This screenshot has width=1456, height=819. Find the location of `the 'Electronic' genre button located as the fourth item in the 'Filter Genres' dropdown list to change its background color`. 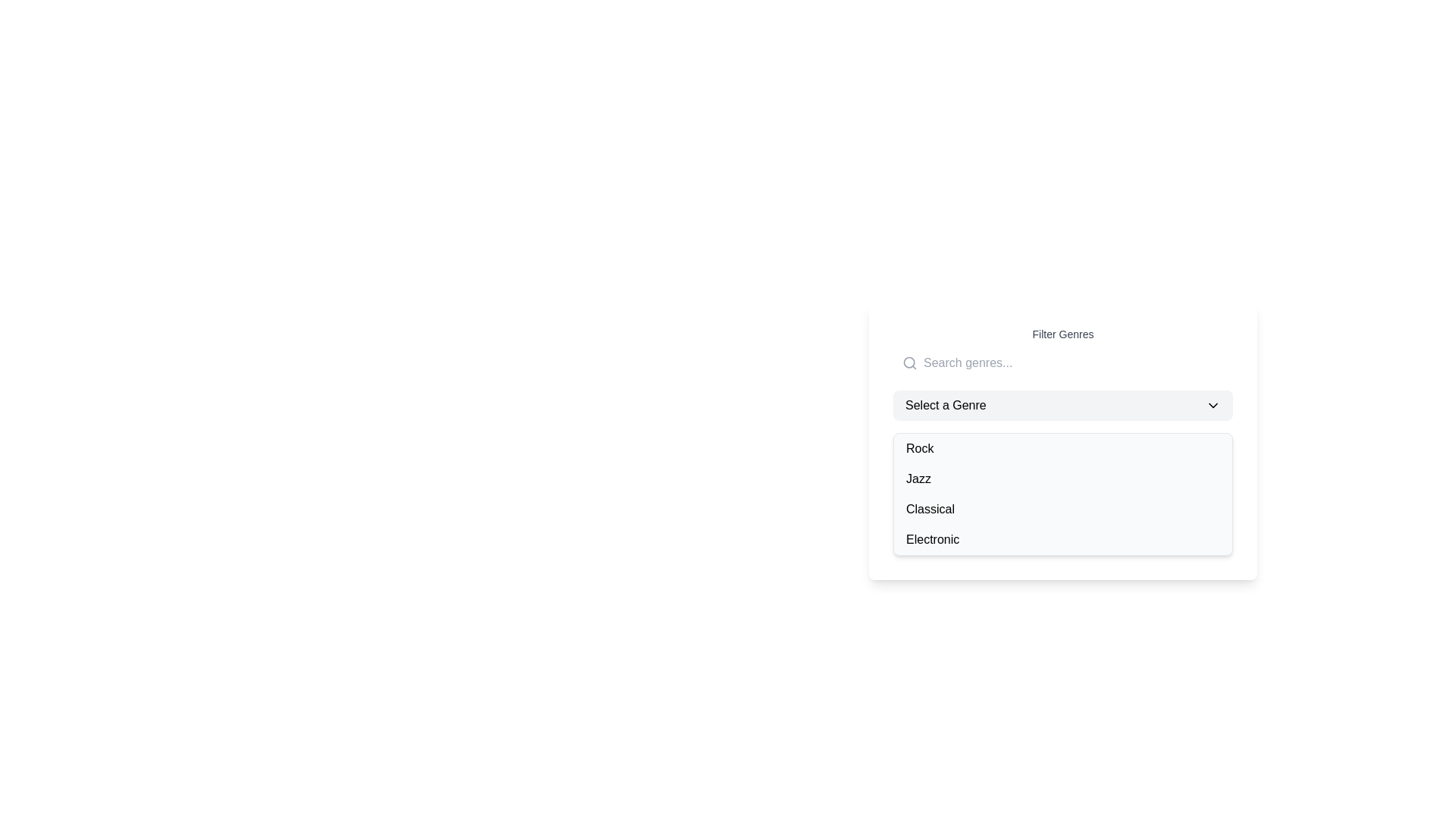

the 'Electronic' genre button located as the fourth item in the 'Filter Genres' dropdown list to change its background color is located at coordinates (1062, 539).